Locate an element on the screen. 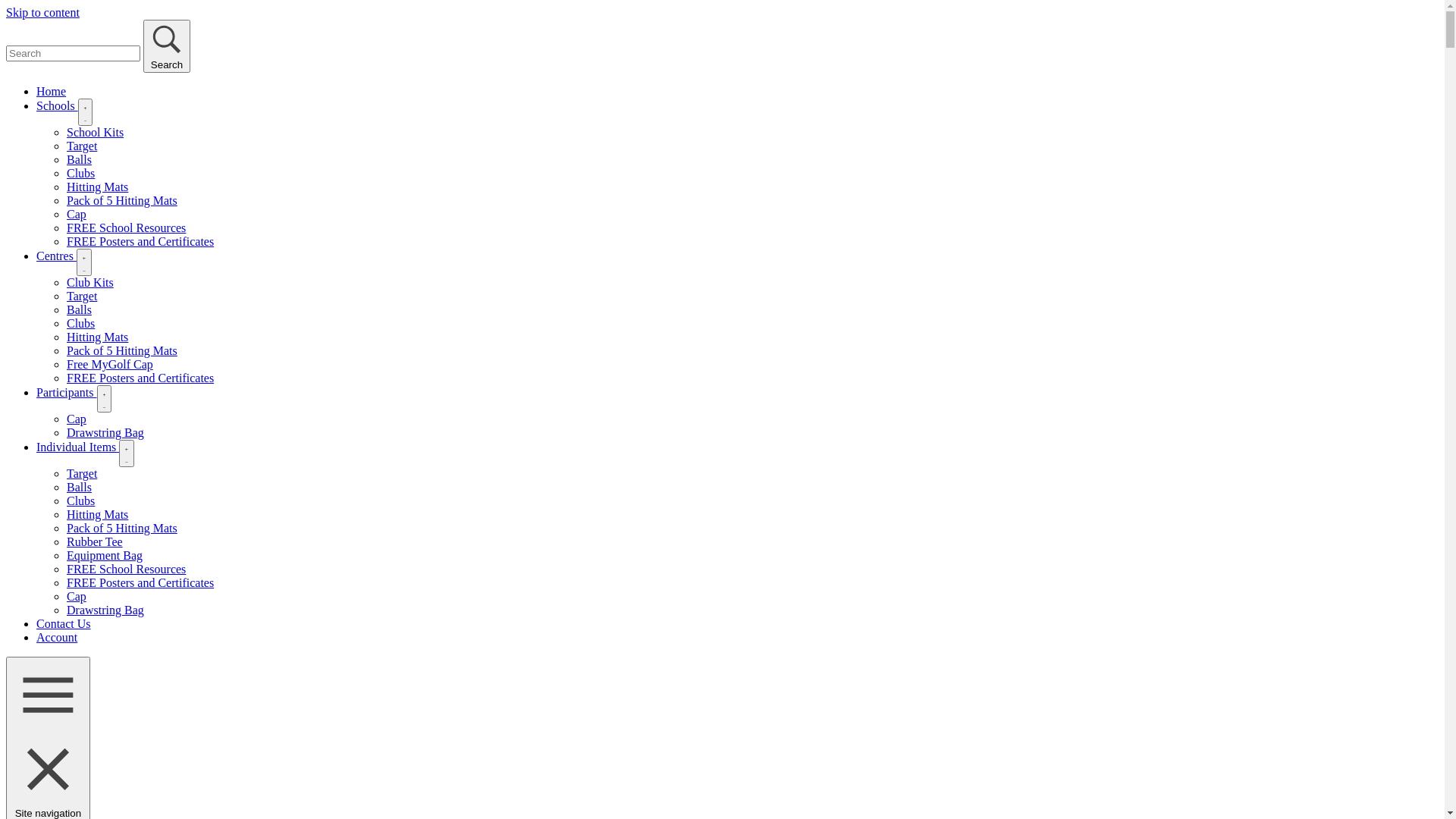 This screenshot has width=1456, height=819. 'Skip to content' is located at coordinates (42, 12).